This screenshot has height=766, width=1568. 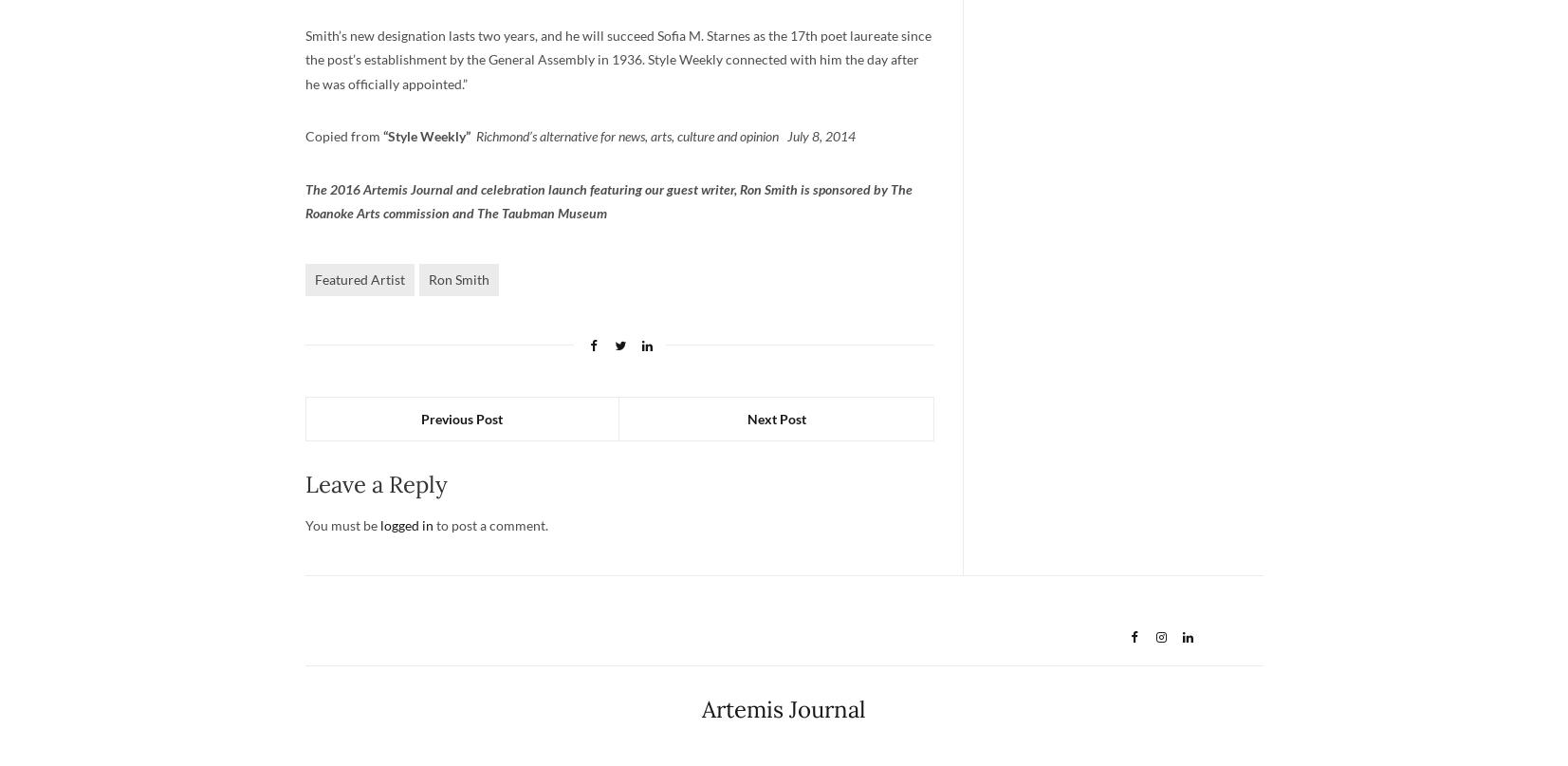 I want to click on 'Richmond’s alternative for news, arts, culture and opinion   July 8, 2014', so click(x=664, y=135).